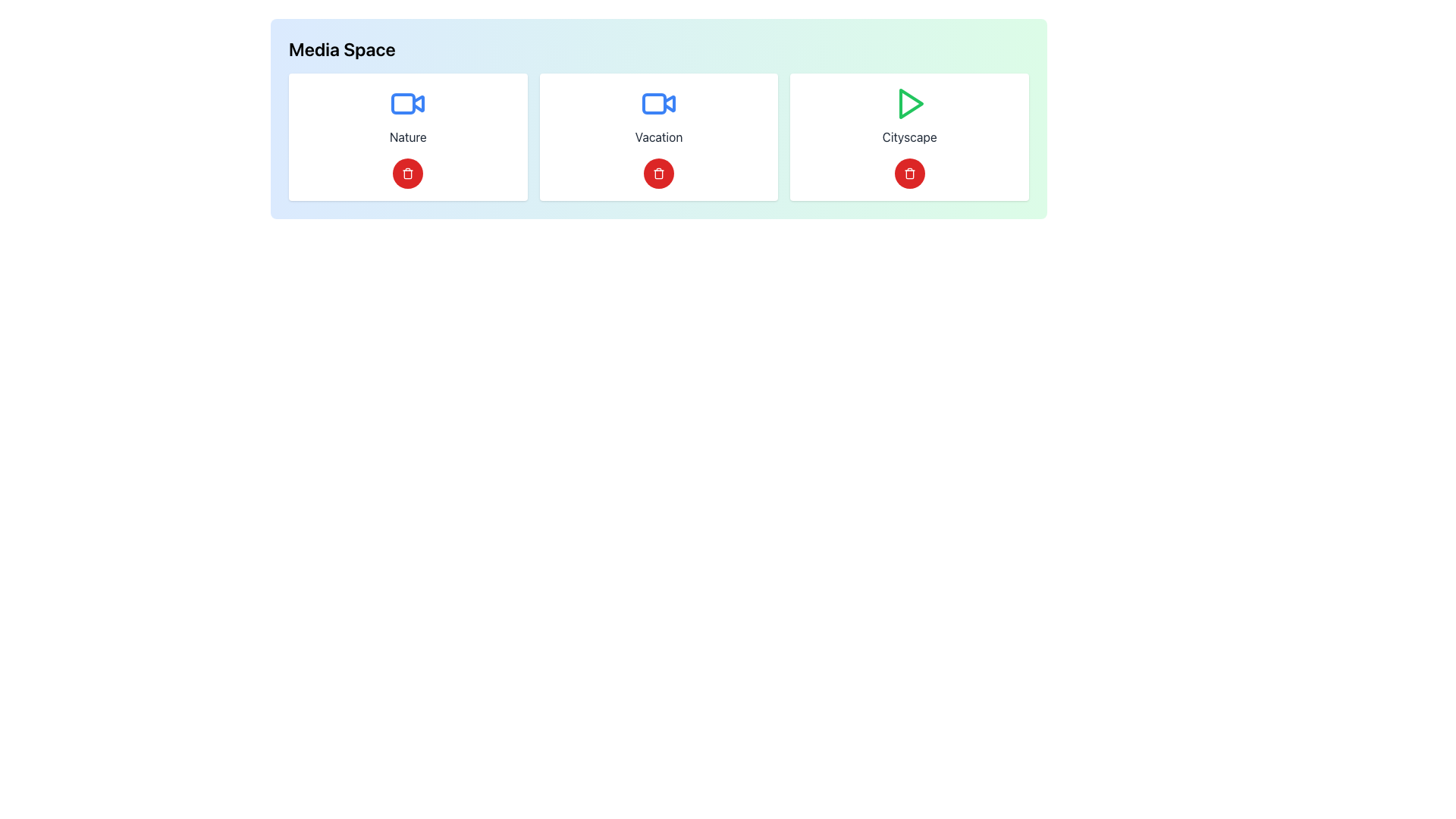  Describe the element at coordinates (658, 137) in the screenshot. I see `the 'Vacation' card in the media management interface to interact with its content` at that location.